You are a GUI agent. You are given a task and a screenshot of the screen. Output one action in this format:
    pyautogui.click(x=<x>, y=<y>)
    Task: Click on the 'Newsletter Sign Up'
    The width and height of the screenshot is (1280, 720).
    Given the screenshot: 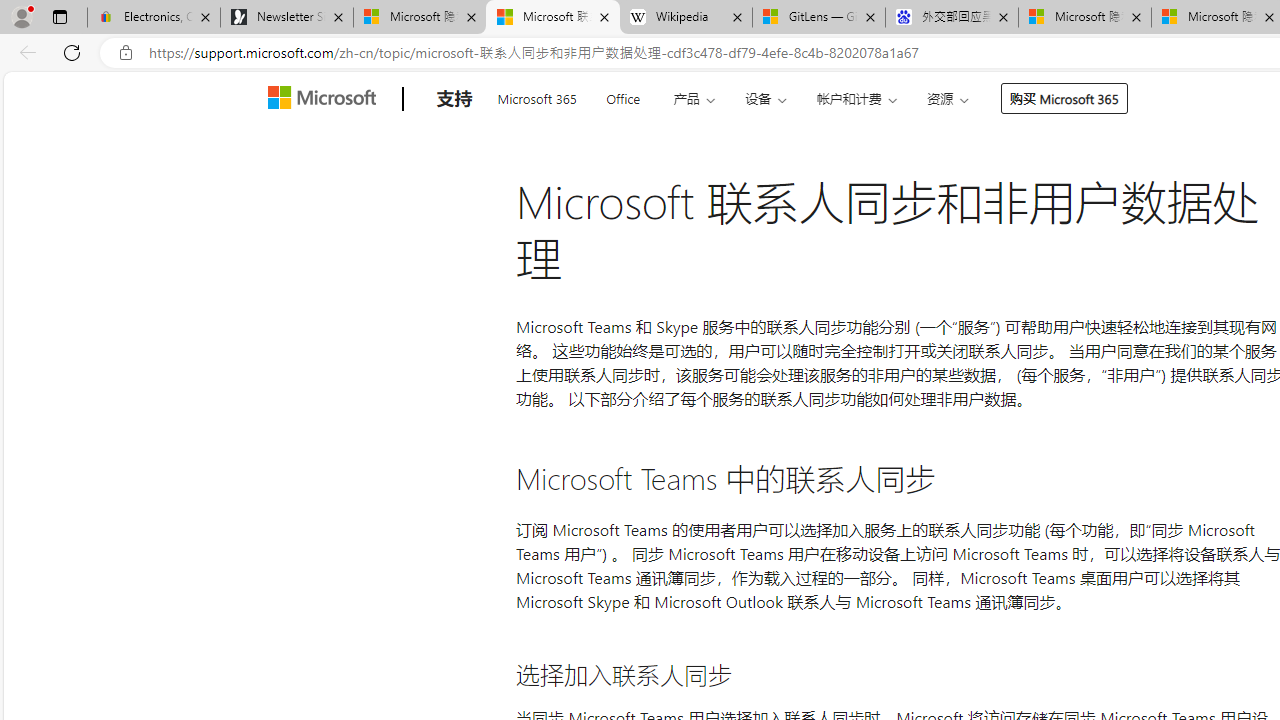 What is the action you would take?
    pyautogui.click(x=286, y=17)
    